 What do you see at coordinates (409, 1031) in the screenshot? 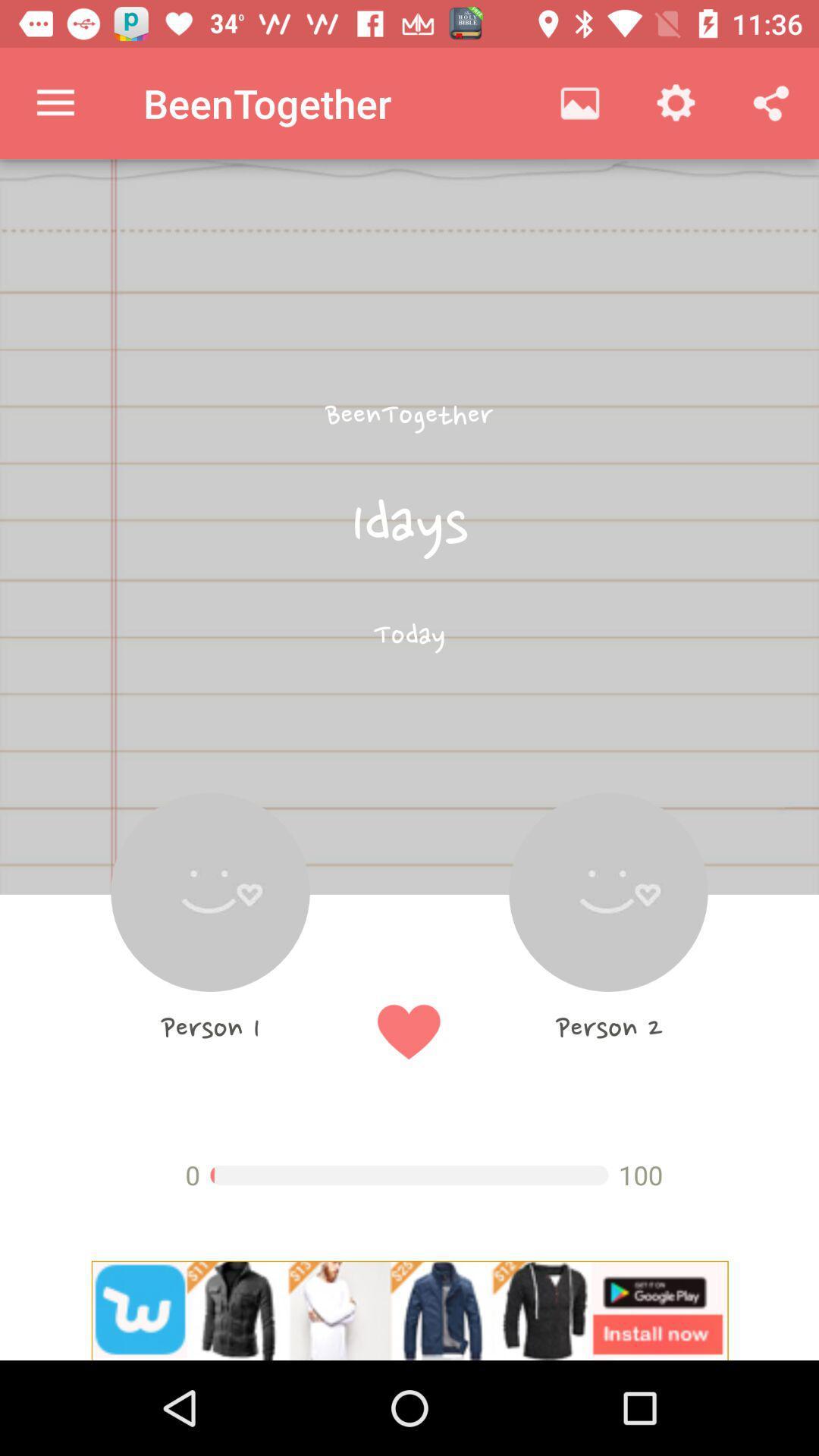
I see `the favorite icon` at bounding box center [409, 1031].